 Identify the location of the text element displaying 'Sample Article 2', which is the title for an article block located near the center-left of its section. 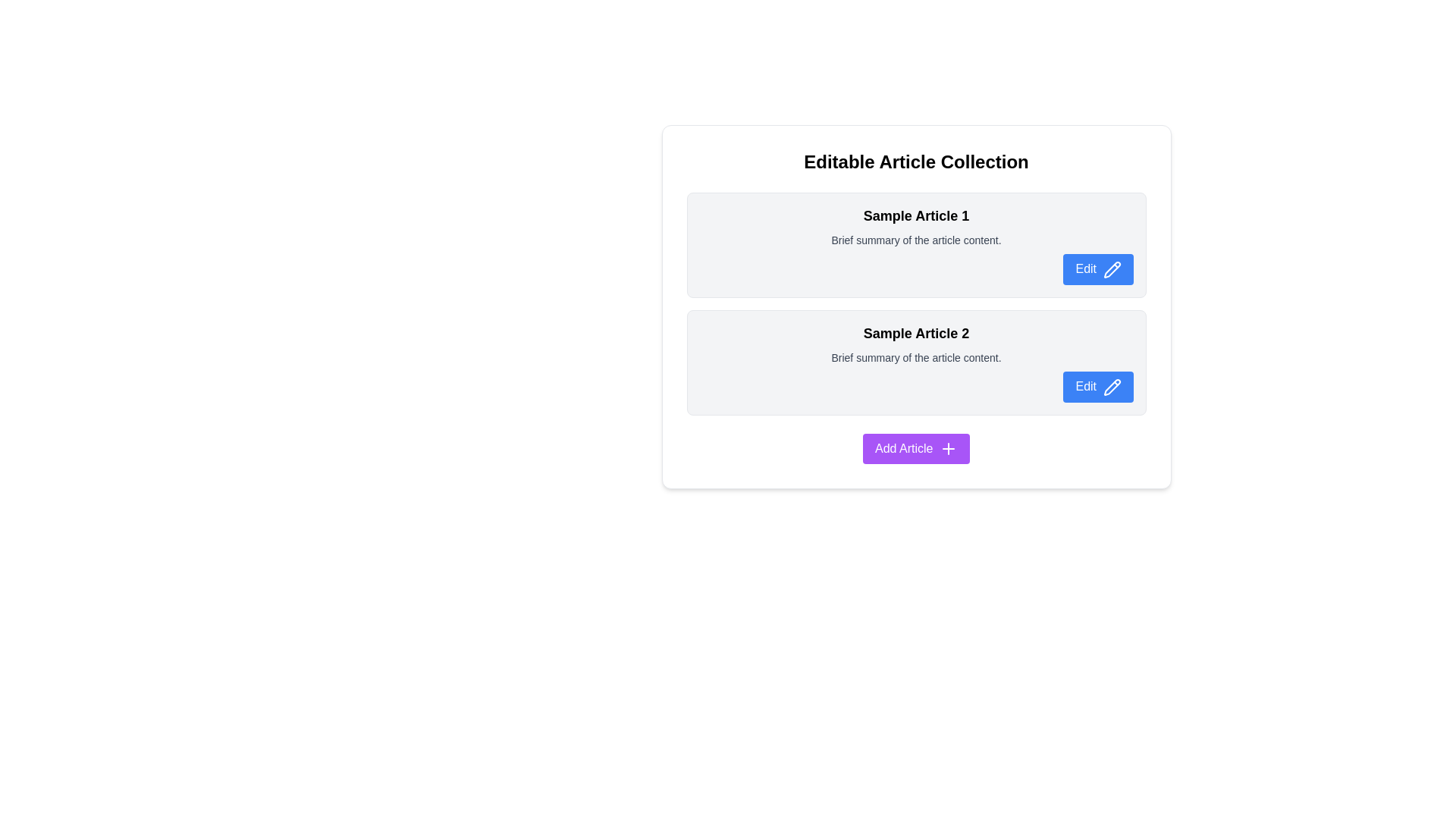
(915, 332).